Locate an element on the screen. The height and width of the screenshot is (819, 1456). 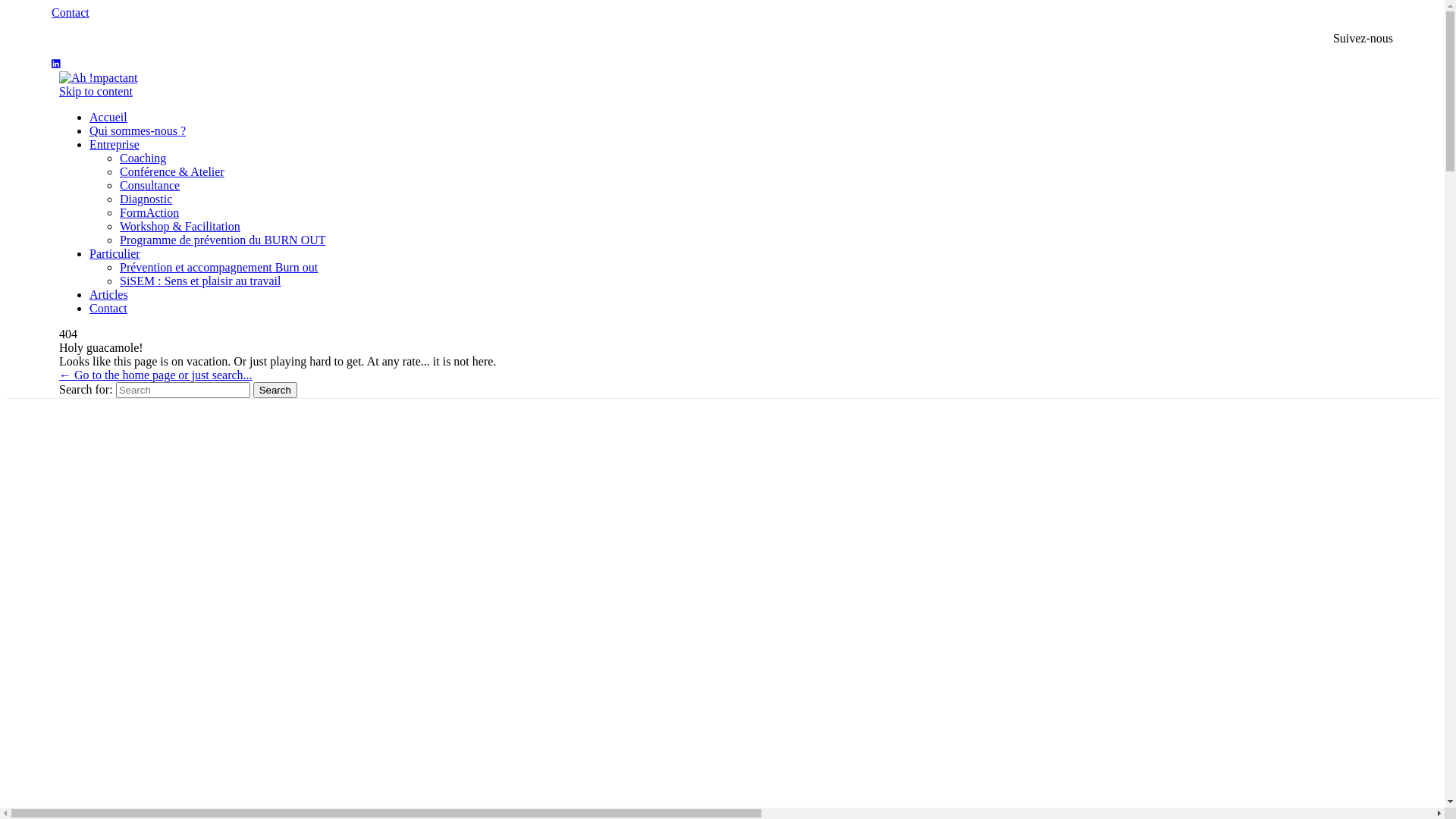
'Contact' is located at coordinates (108, 307).